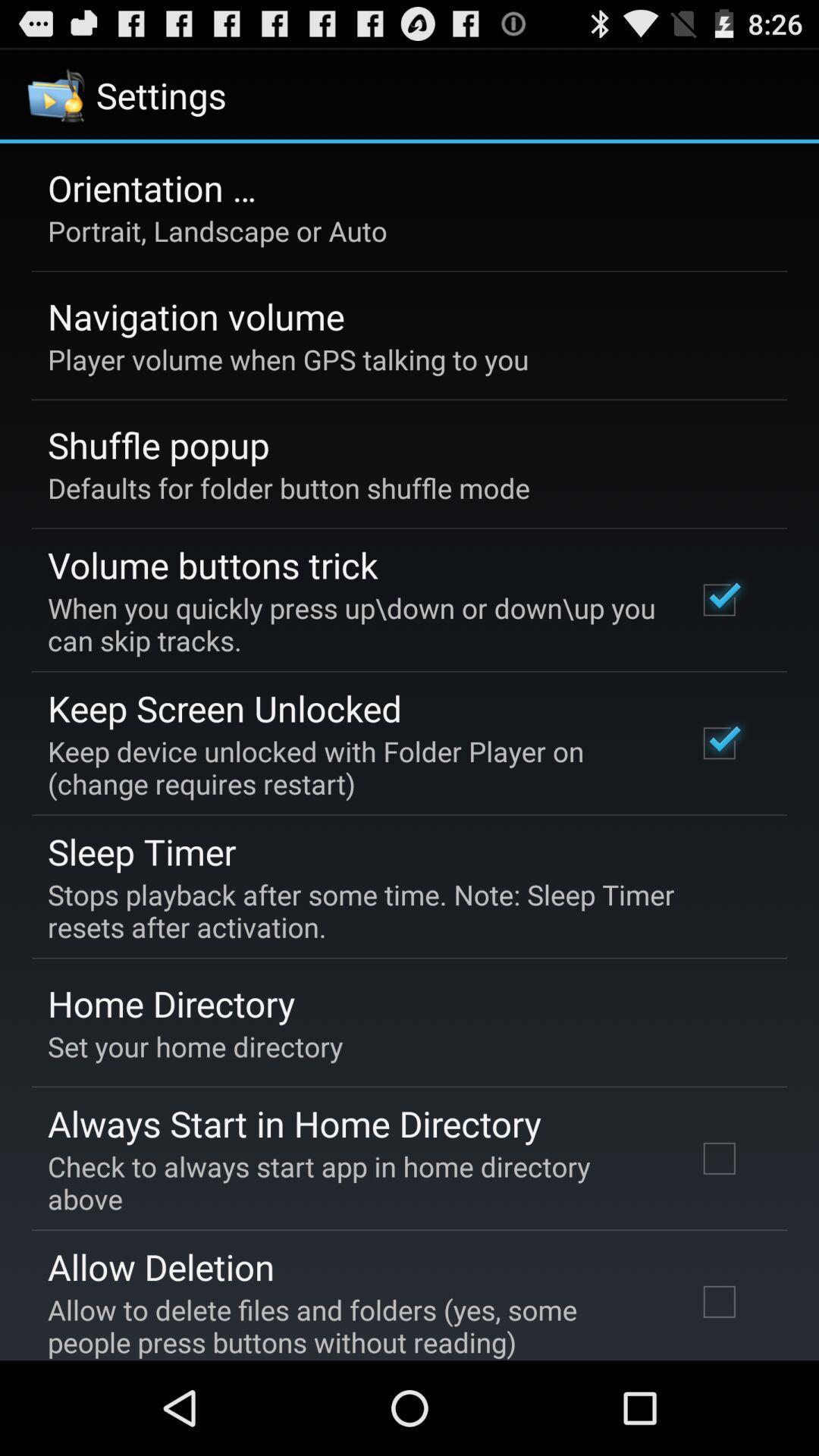 The width and height of the screenshot is (819, 1456). What do you see at coordinates (351, 1181) in the screenshot?
I see `check to always item` at bounding box center [351, 1181].